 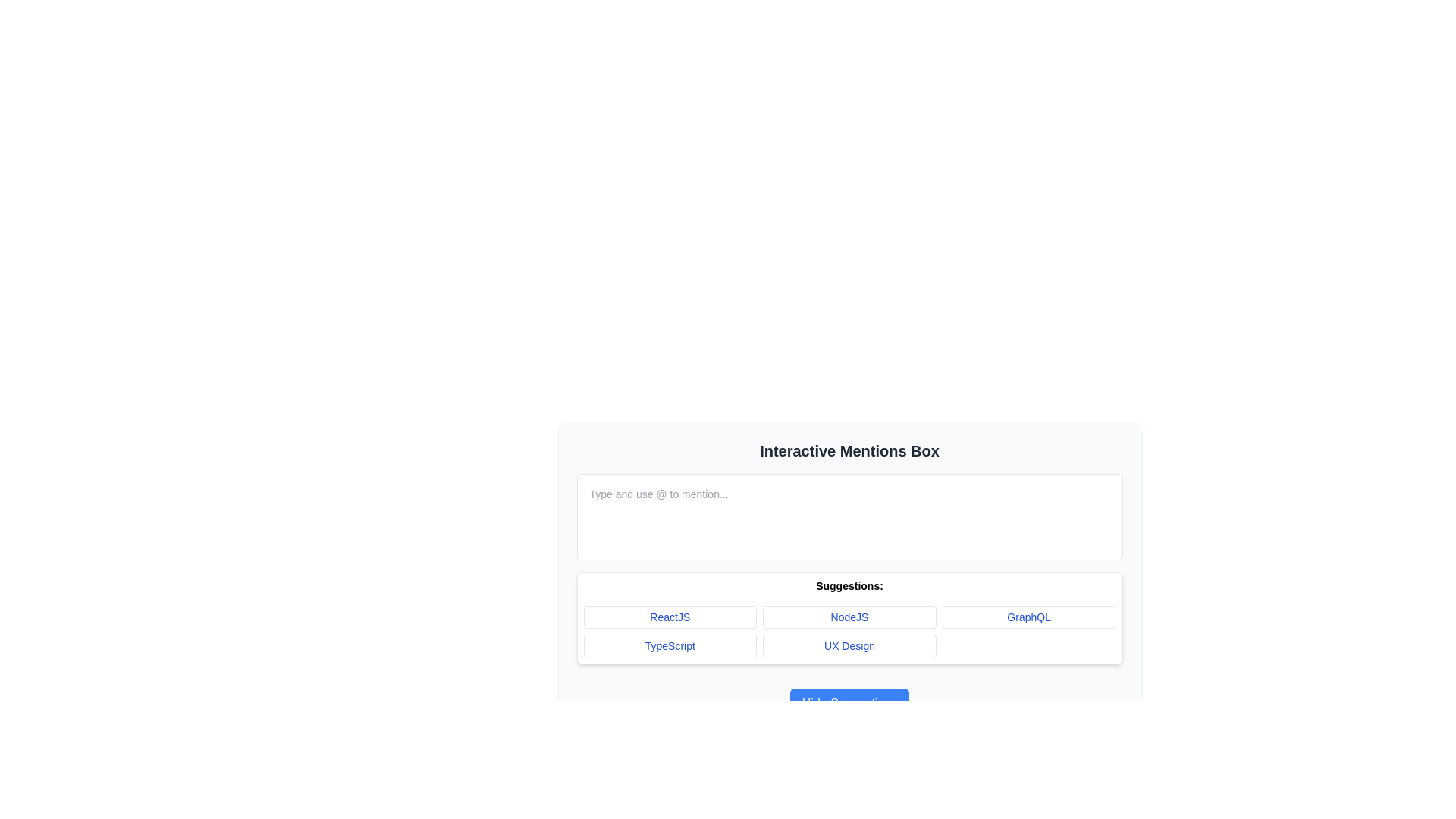 I want to click on the 'ReactJS' button, which is a rectangular button with blue text on a white background, located in the 'Suggestions' grid layout, so click(x=669, y=617).